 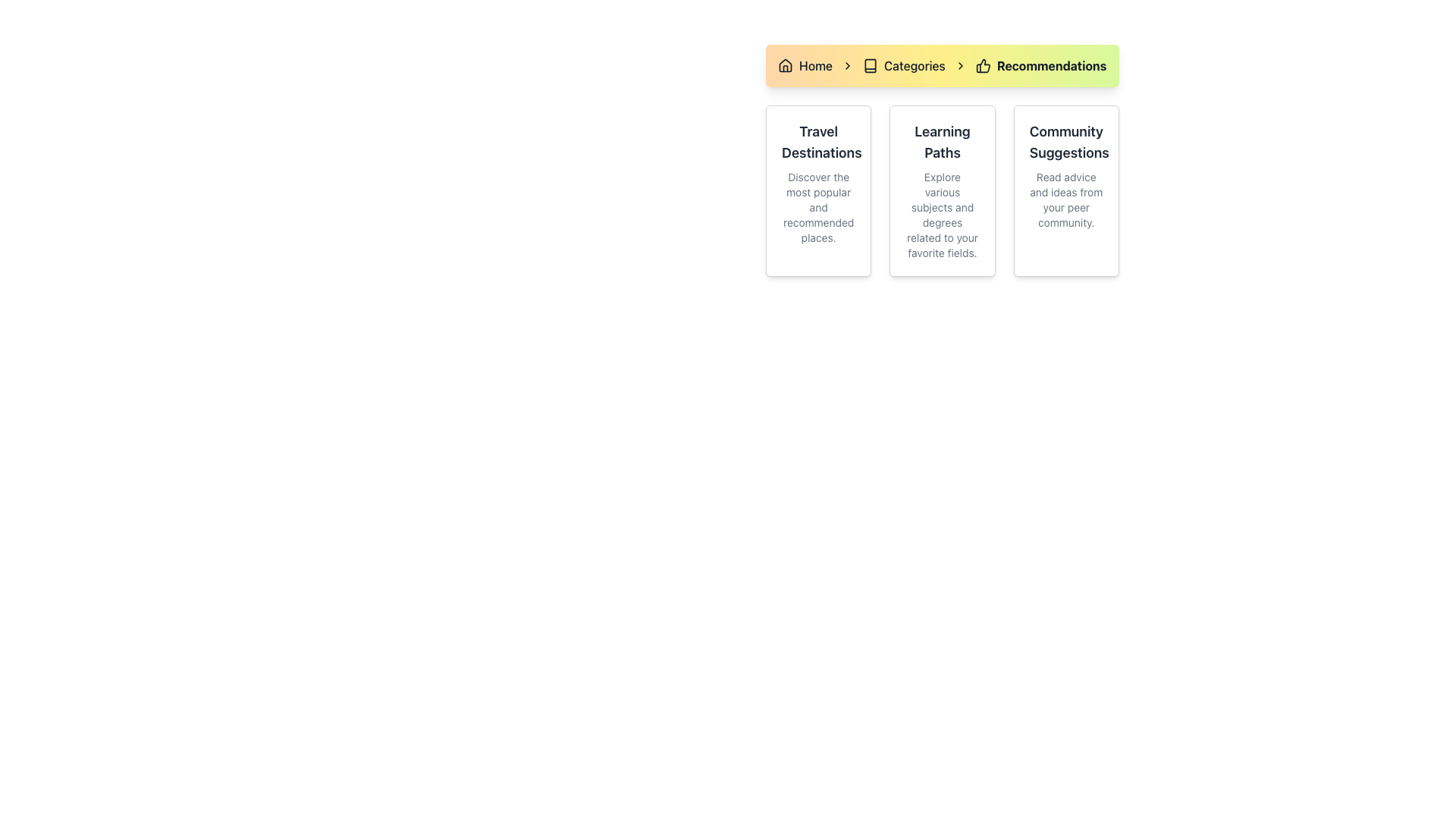 I want to click on the first Informational Card, which provides information about popular travel destinations, located in a grid layout to the left of the 'Learning Paths' and 'Community Suggestions' cards, so click(x=817, y=190).